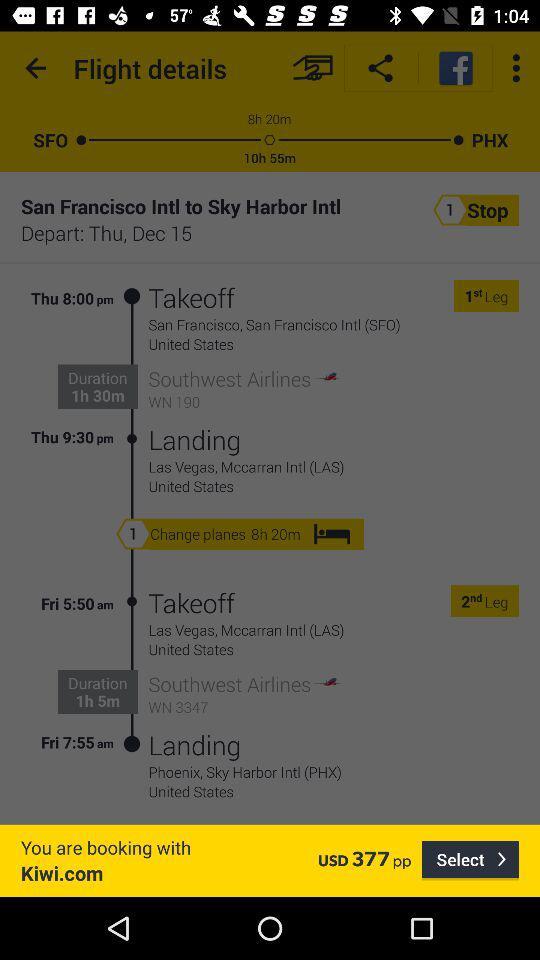 The image size is (540, 960). I want to click on item next to takeoff icon, so click(132, 367).